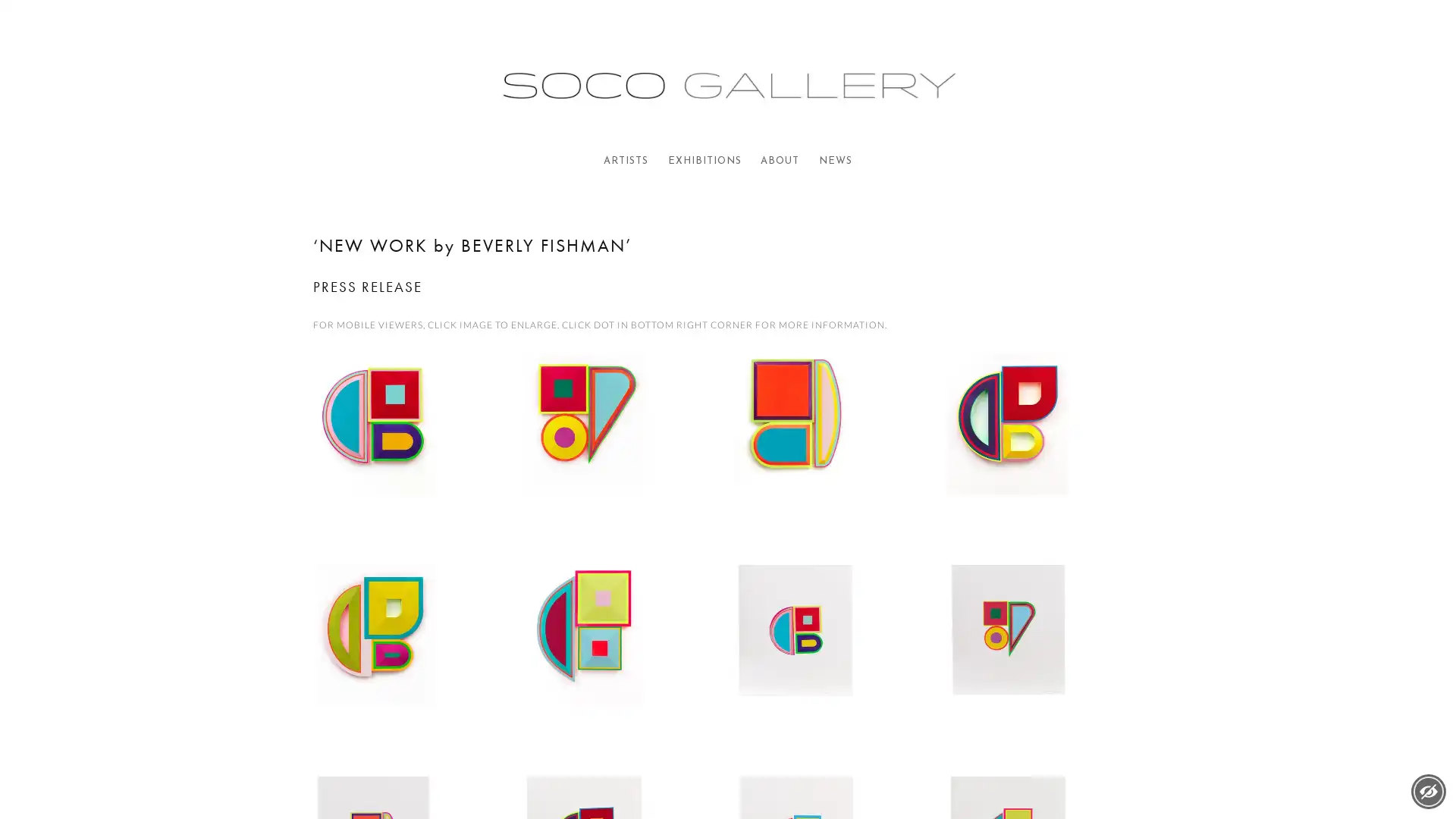 This screenshot has width=1456, height=819. What do you see at coordinates (833, 661) in the screenshot?
I see `View fullsize BEVERLY FISHMAN Untitled , 2021 vinyl and paper collage on smooth acid free Bristol paper 17 x 14 inches INQUIRE +` at bounding box center [833, 661].